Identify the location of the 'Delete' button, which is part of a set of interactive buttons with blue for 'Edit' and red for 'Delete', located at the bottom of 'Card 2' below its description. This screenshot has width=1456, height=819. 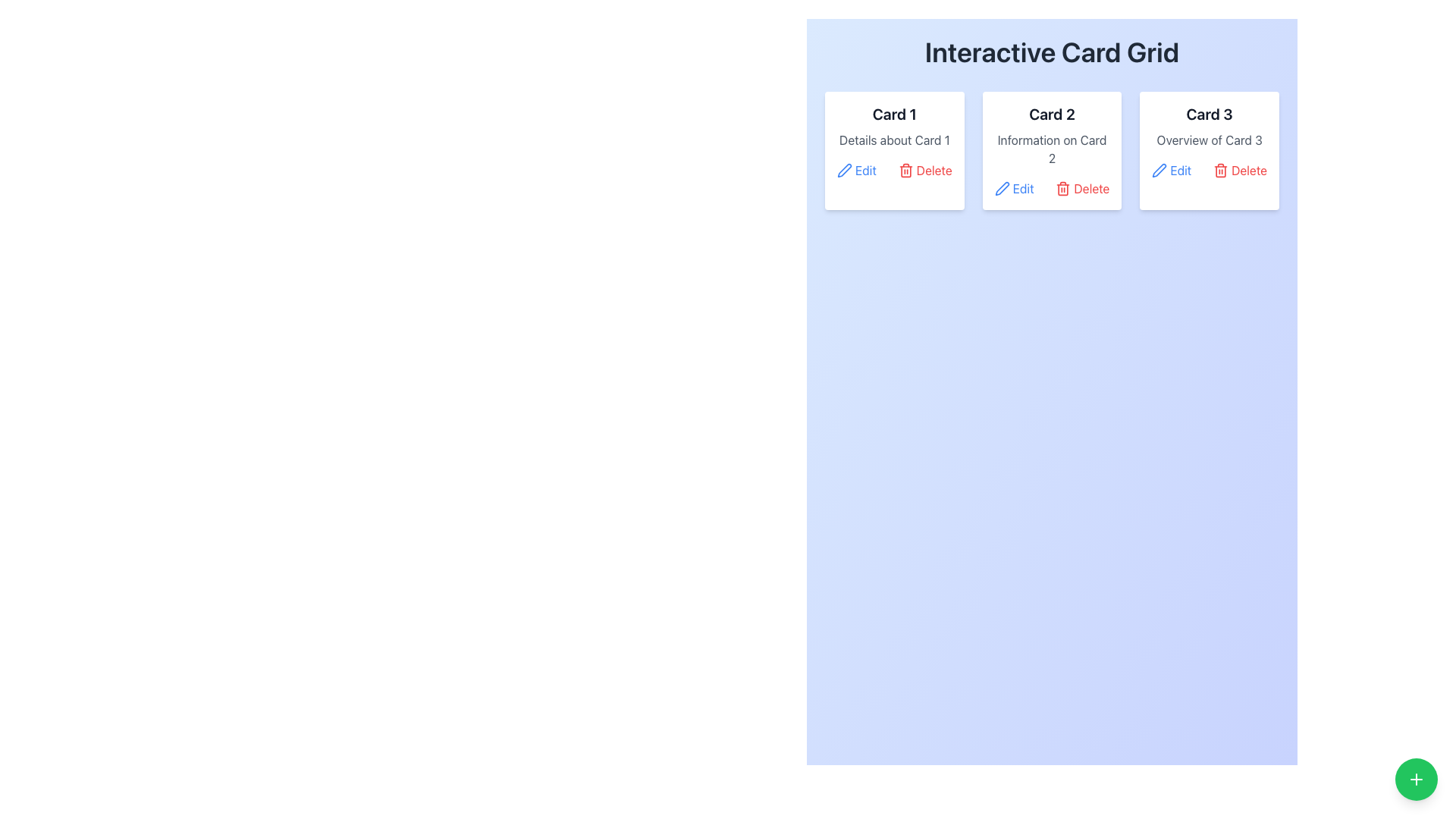
(1051, 188).